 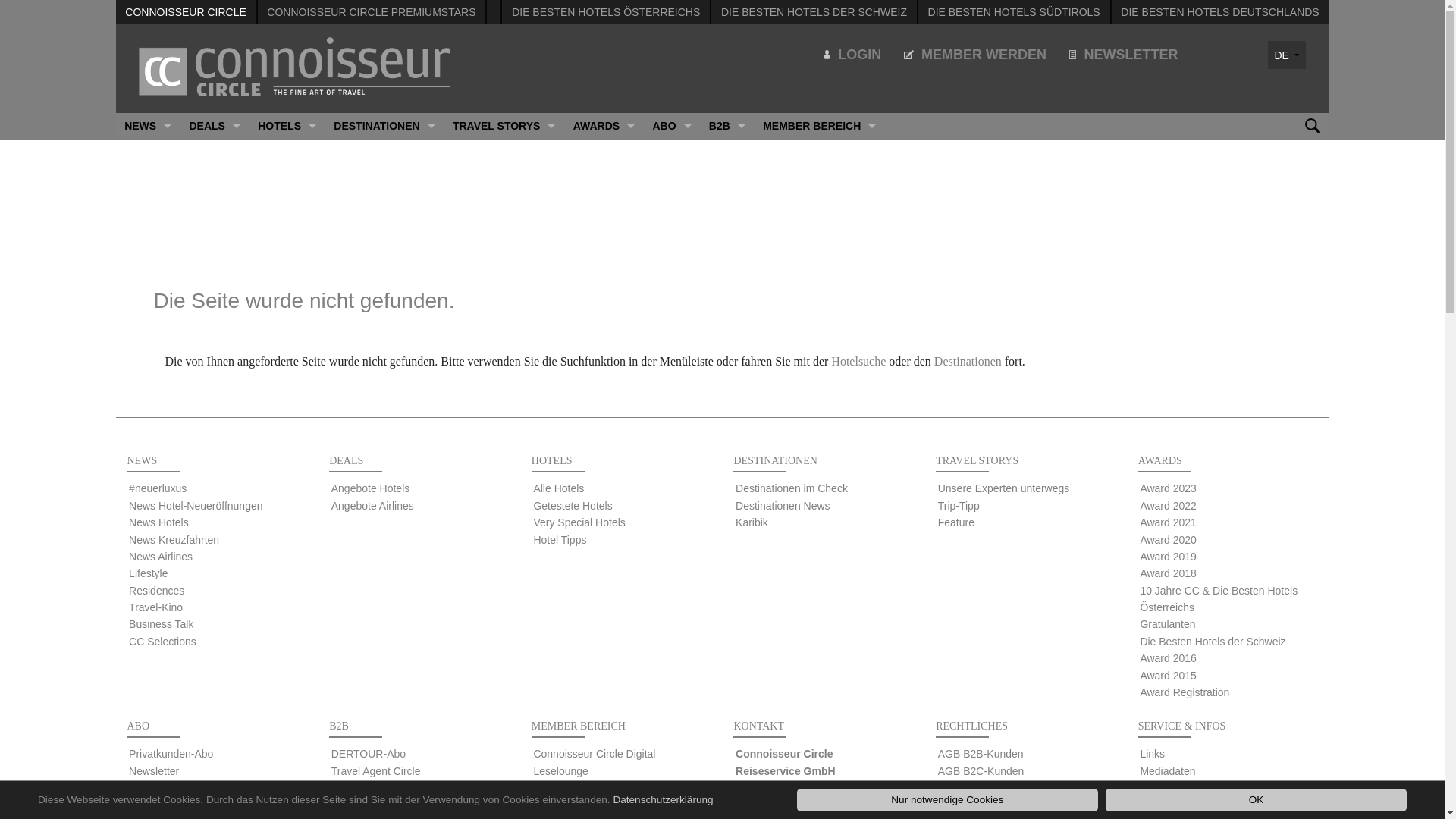 What do you see at coordinates (368, 754) in the screenshot?
I see `'DERTOUR-Abo'` at bounding box center [368, 754].